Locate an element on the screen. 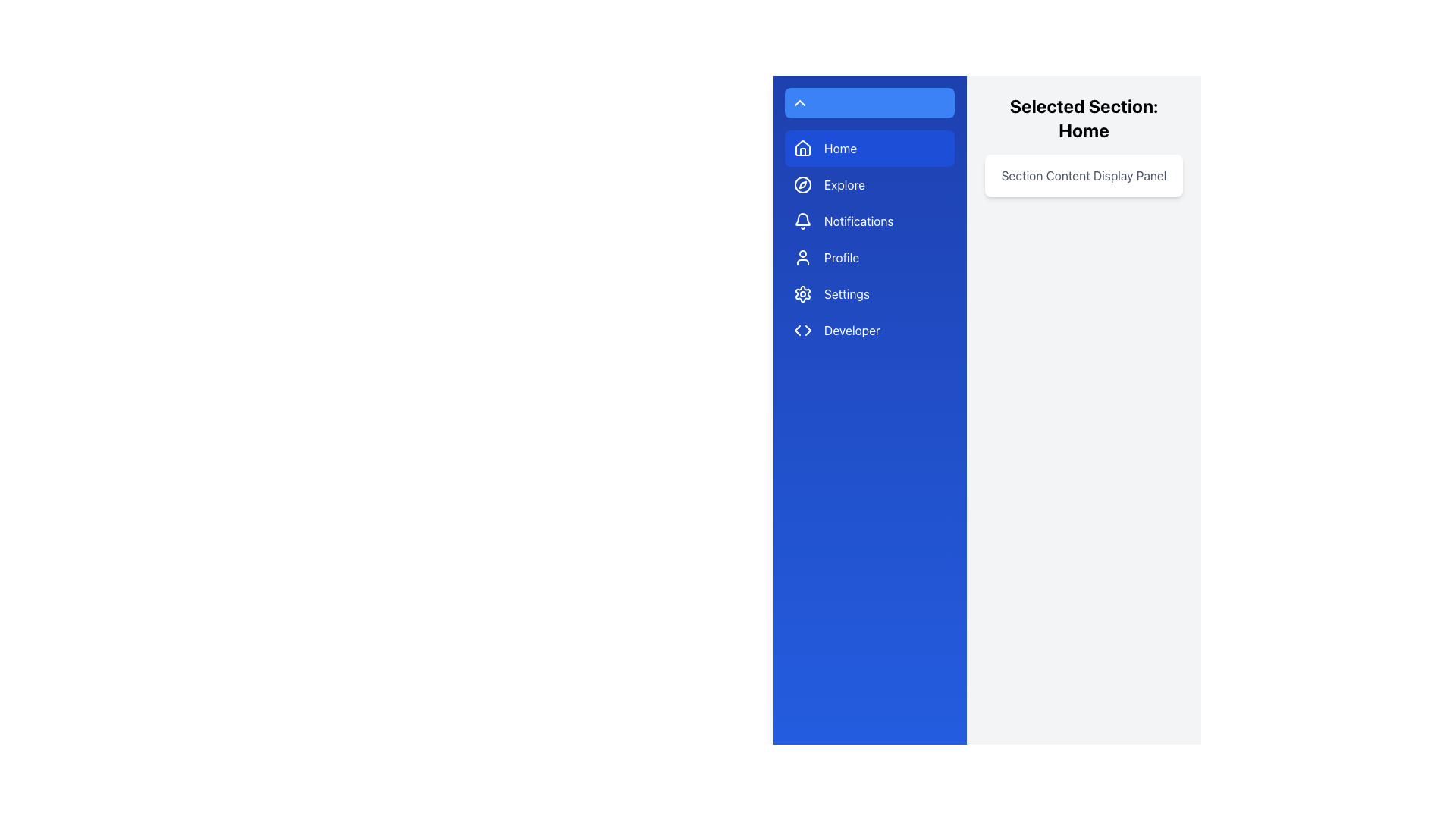  the blue 'Explore' button with rounded corners, located in the vertical sidebar below the 'Home' button and above the 'Notifications' button to trigger hover effects is located at coordinates (870, 184).